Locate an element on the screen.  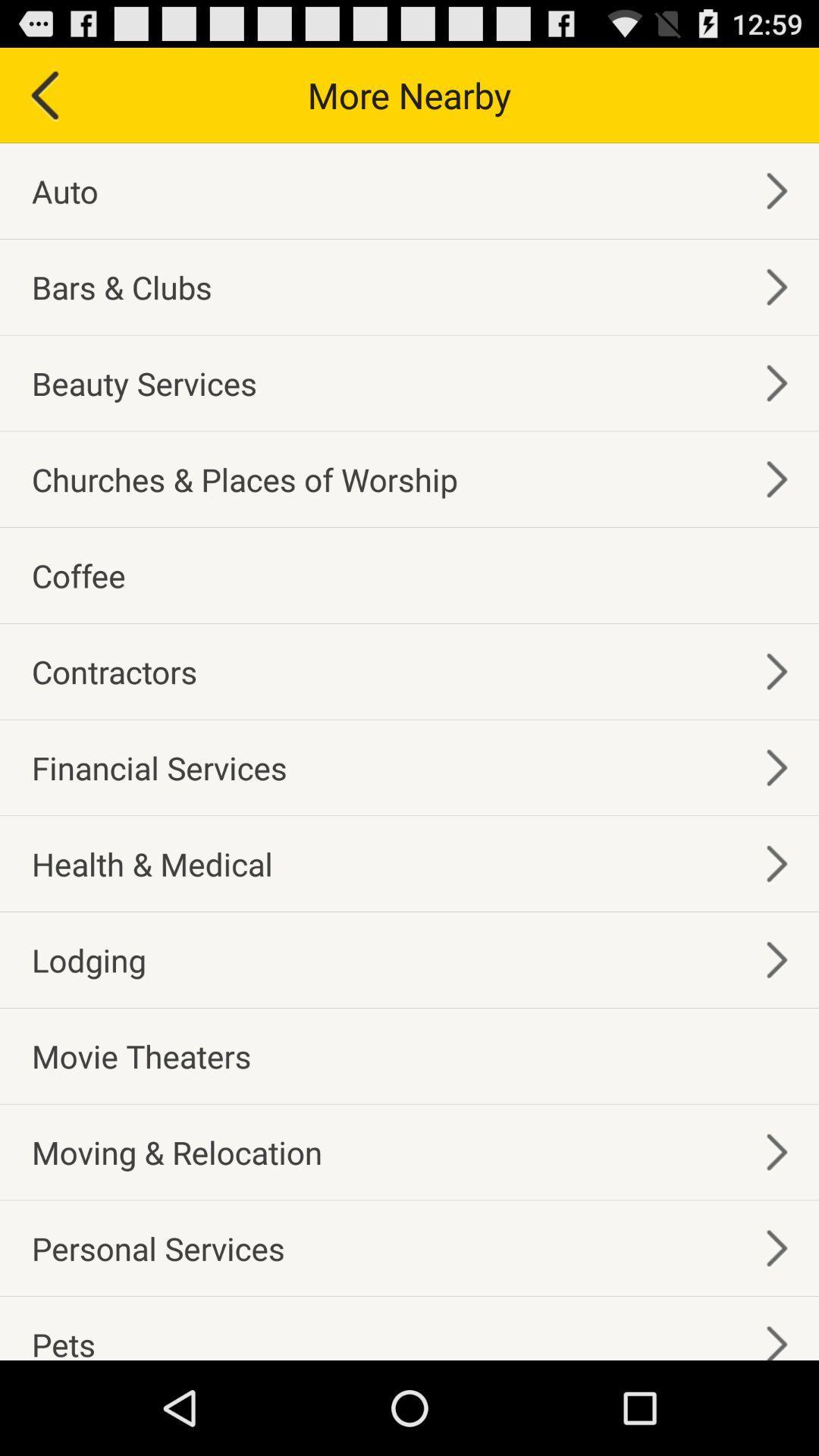
item above beauty services is located at coordinates (121, 287).